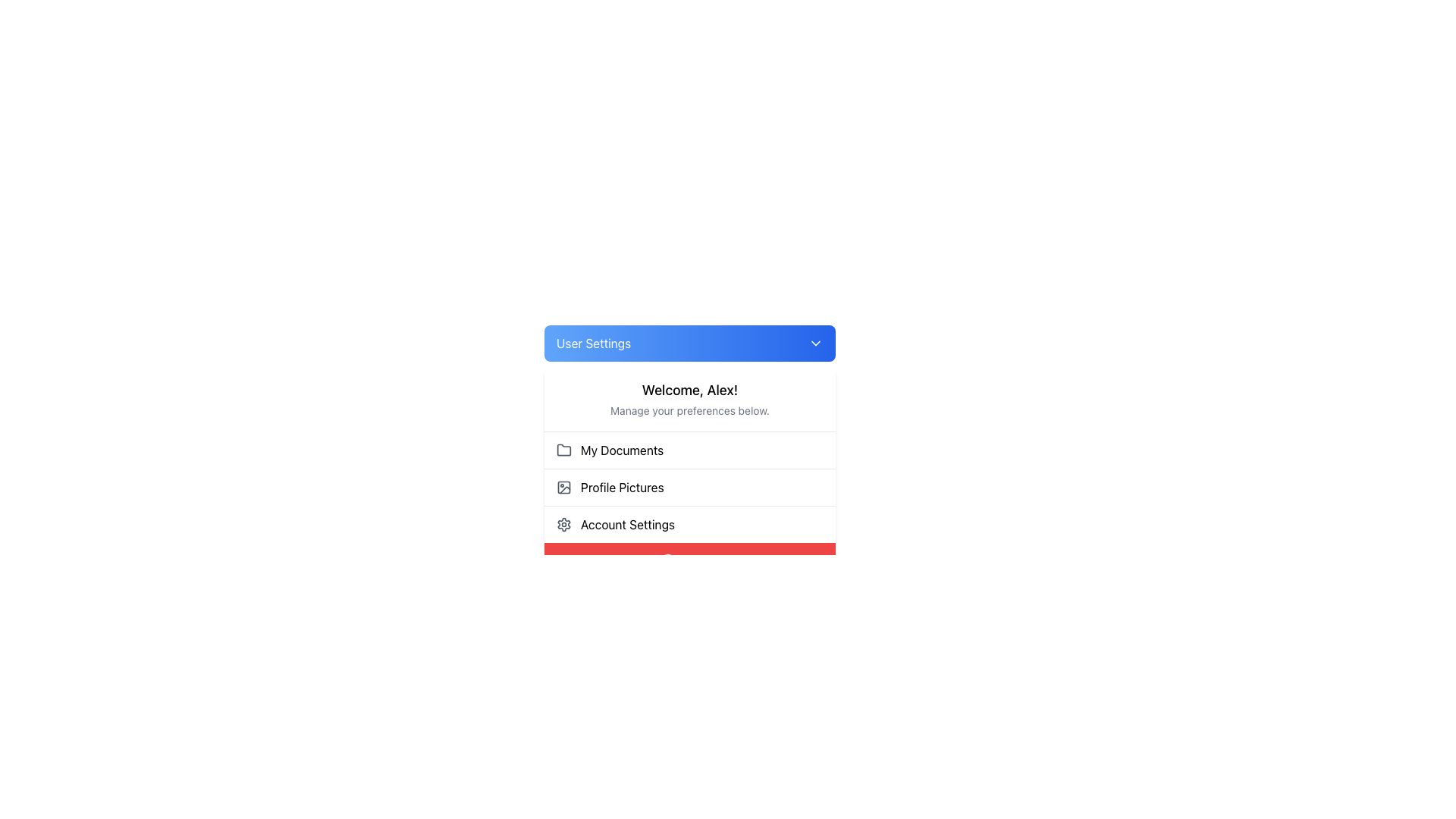 Image resolution: width=1456 pixels, height=819 pixels. Describe the element at coordinates (689, 487) in the screenshot. I see `the second item in the 'User Settings' section, which provides access to settings for managing user profile pictures` at that location.